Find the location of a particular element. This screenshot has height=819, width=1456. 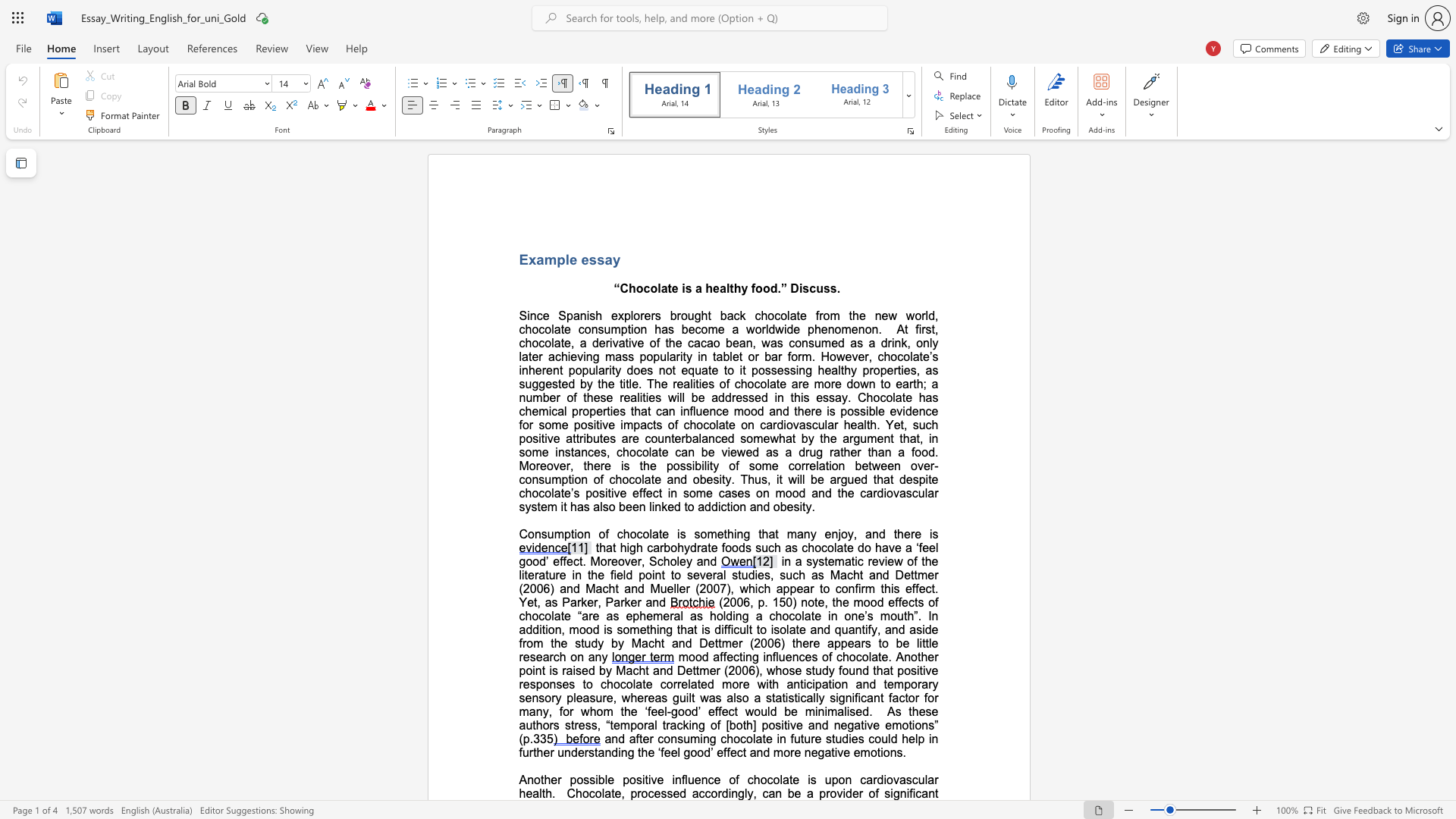

the subset text "er (2006) and Macht and Mu" within the text "in a systematic review of the literature in the field point to several studies, such as Macht and Dettmer (2006) and Macht and Mueller (2007), which" is located at coordinates (927, 575).